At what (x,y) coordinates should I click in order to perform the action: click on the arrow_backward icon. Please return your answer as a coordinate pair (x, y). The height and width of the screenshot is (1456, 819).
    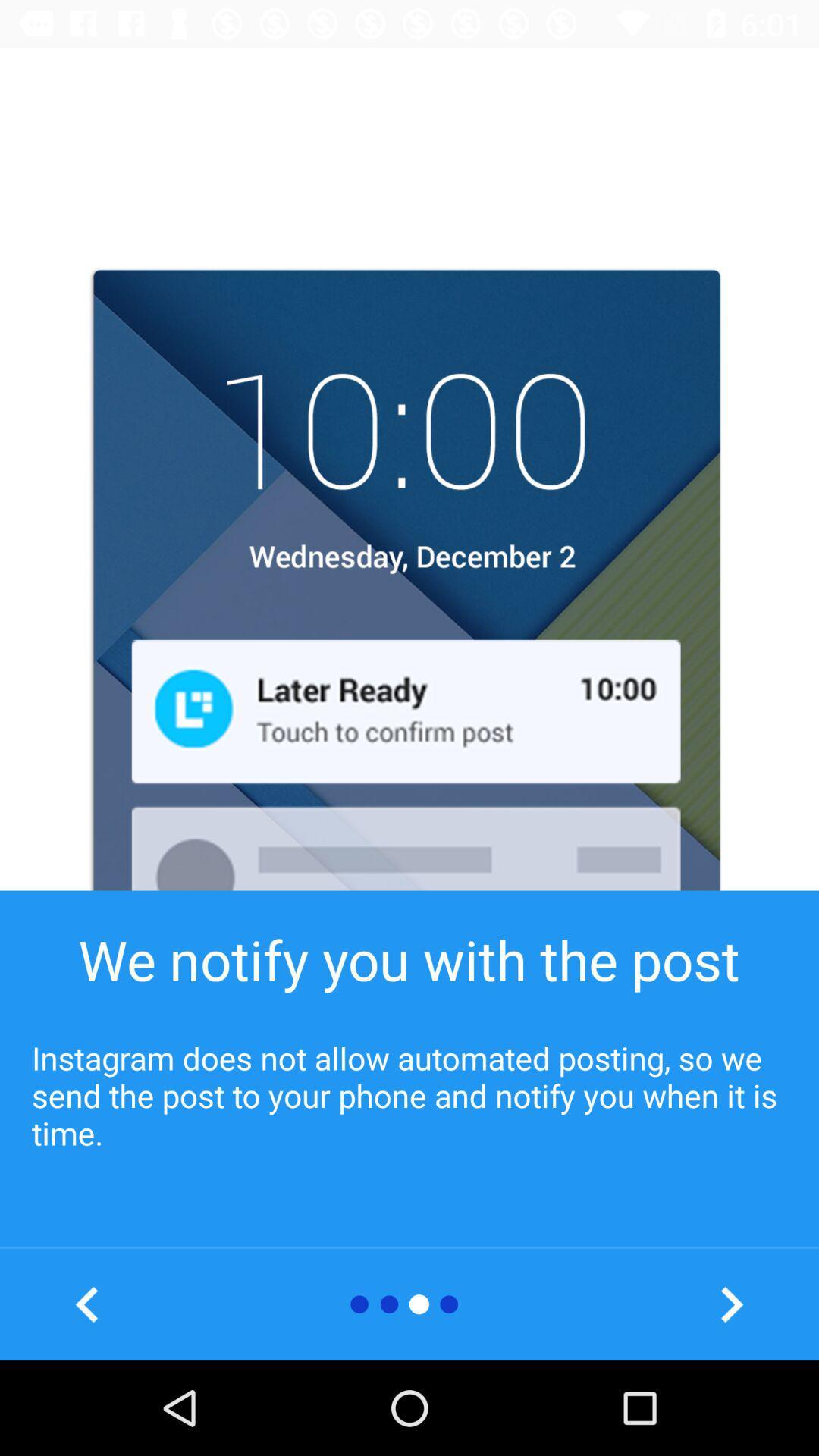
    Looking at the image, I should click on (87, 1304).